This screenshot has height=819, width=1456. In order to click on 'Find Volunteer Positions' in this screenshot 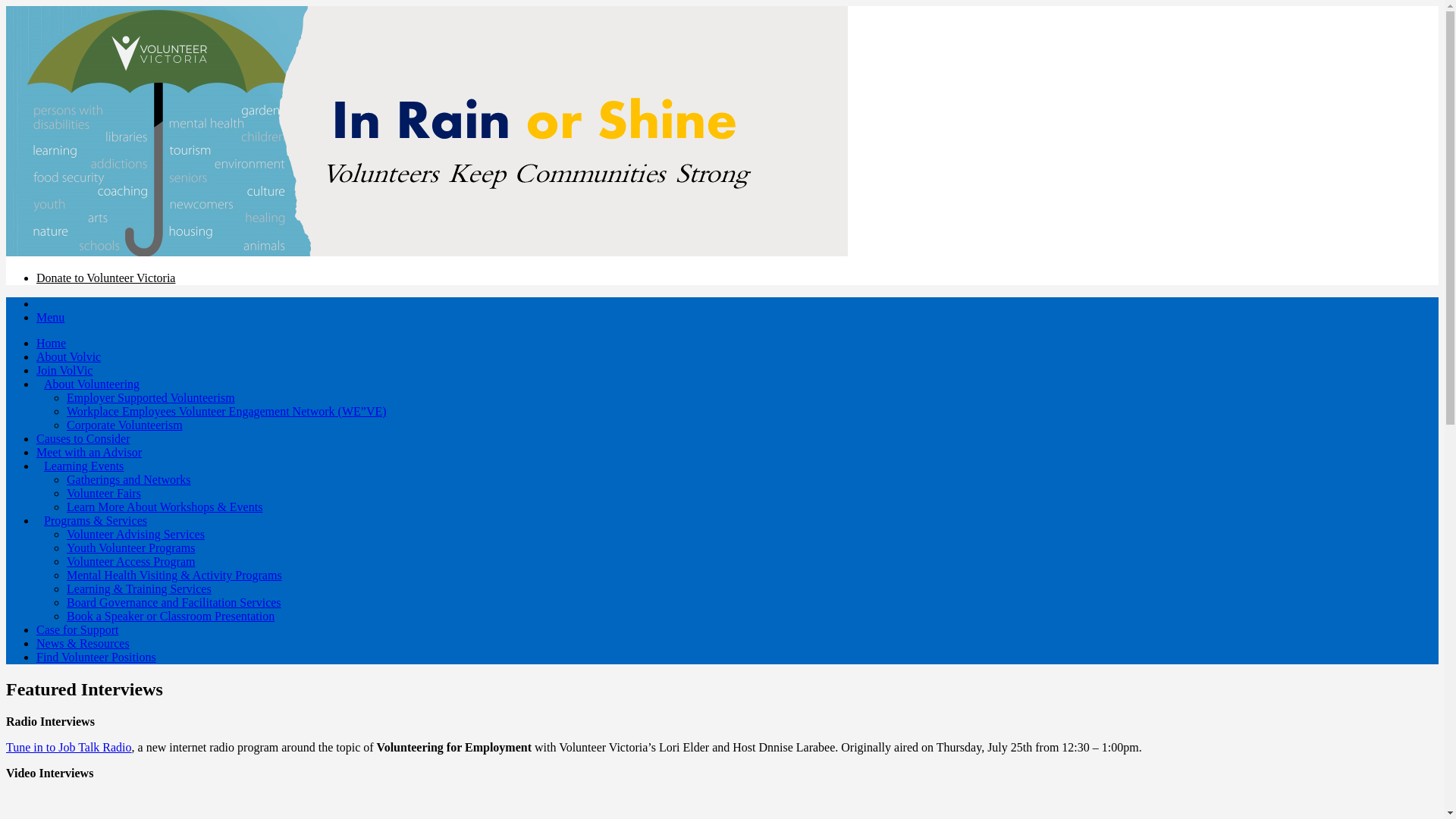, I will do `click(95, 656)`.